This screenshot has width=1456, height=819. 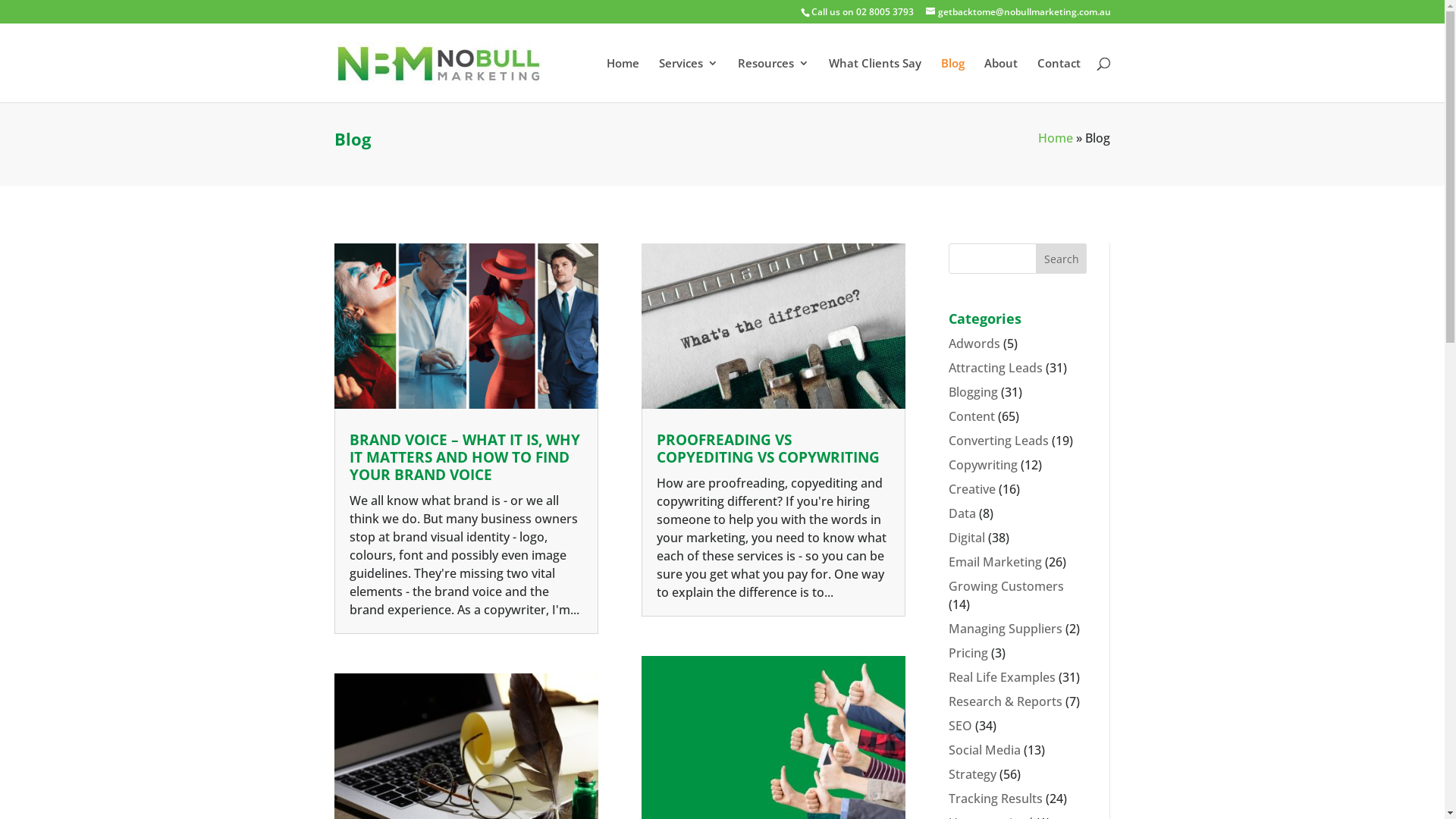 I want to click on 'Services', so click(x=687, y=80).